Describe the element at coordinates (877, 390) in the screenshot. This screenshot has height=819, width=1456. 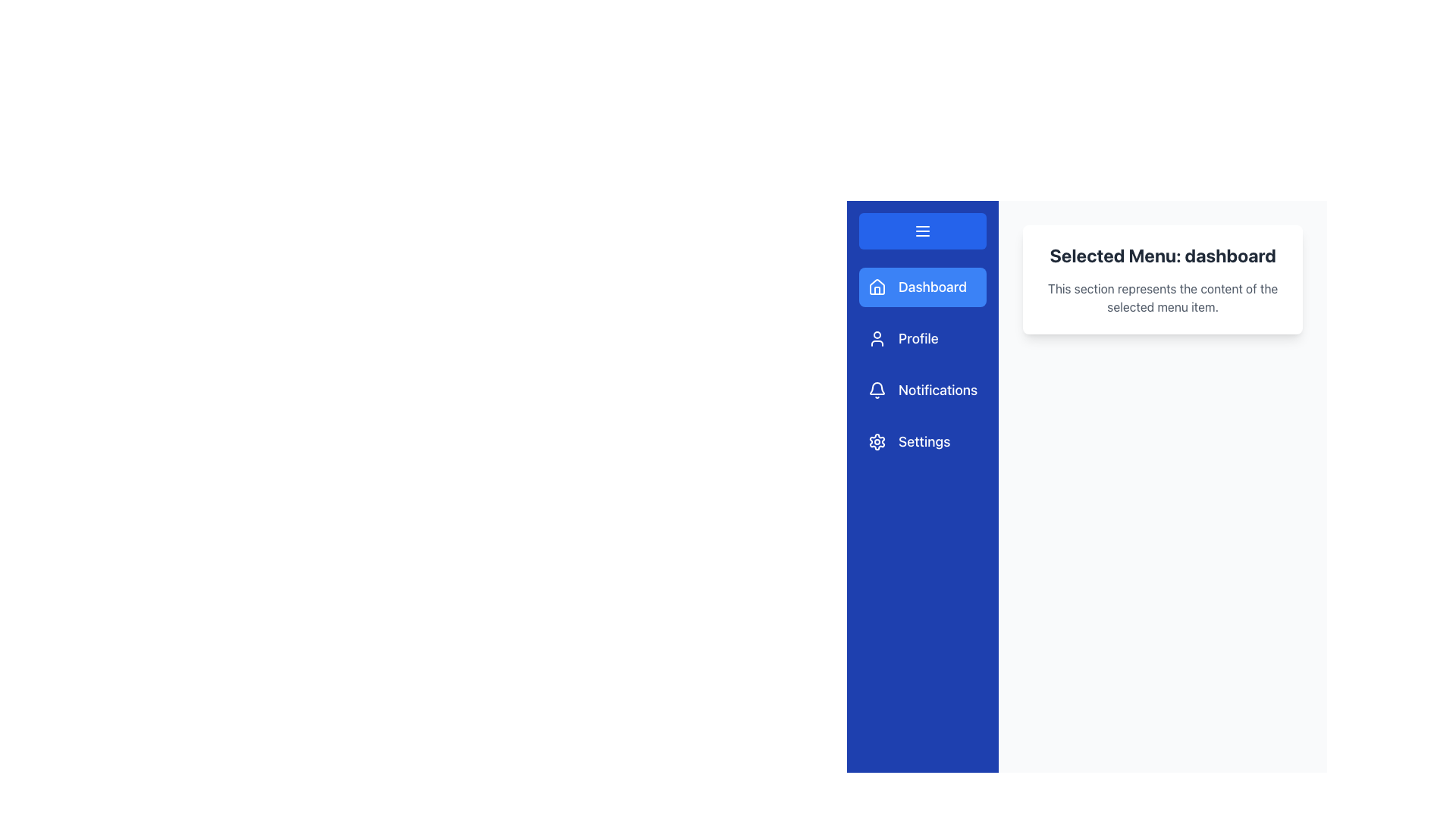
I see `the bell icon representing the 'Notifications' menu option` at that location.